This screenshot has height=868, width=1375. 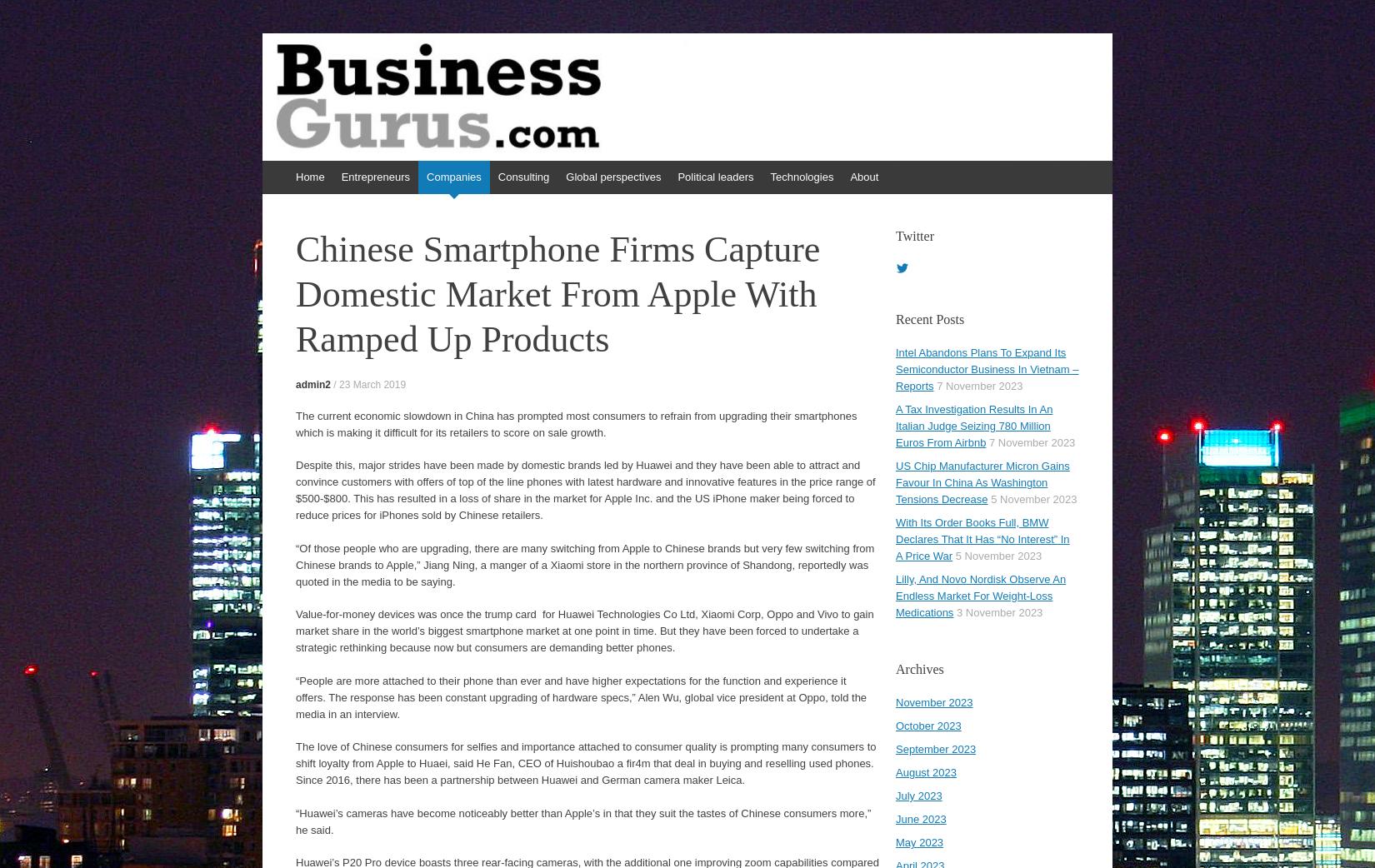 What do you see at coordinates (919, 842) in the screenshot?
I see `'May 2023'` at bounding box center [919, 842].